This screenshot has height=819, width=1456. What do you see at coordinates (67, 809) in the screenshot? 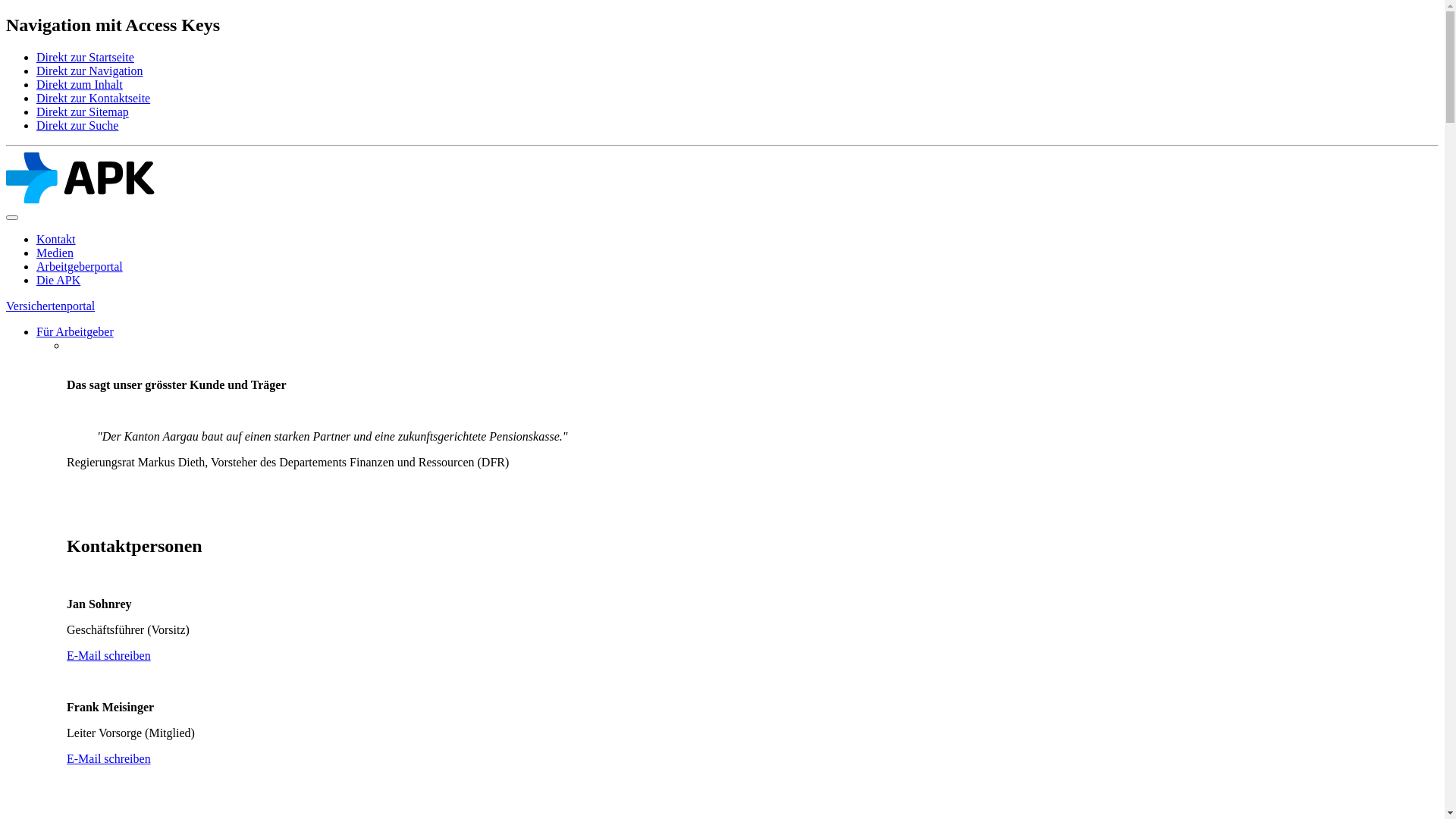
I see `' '` at bounding box center [67, 809].